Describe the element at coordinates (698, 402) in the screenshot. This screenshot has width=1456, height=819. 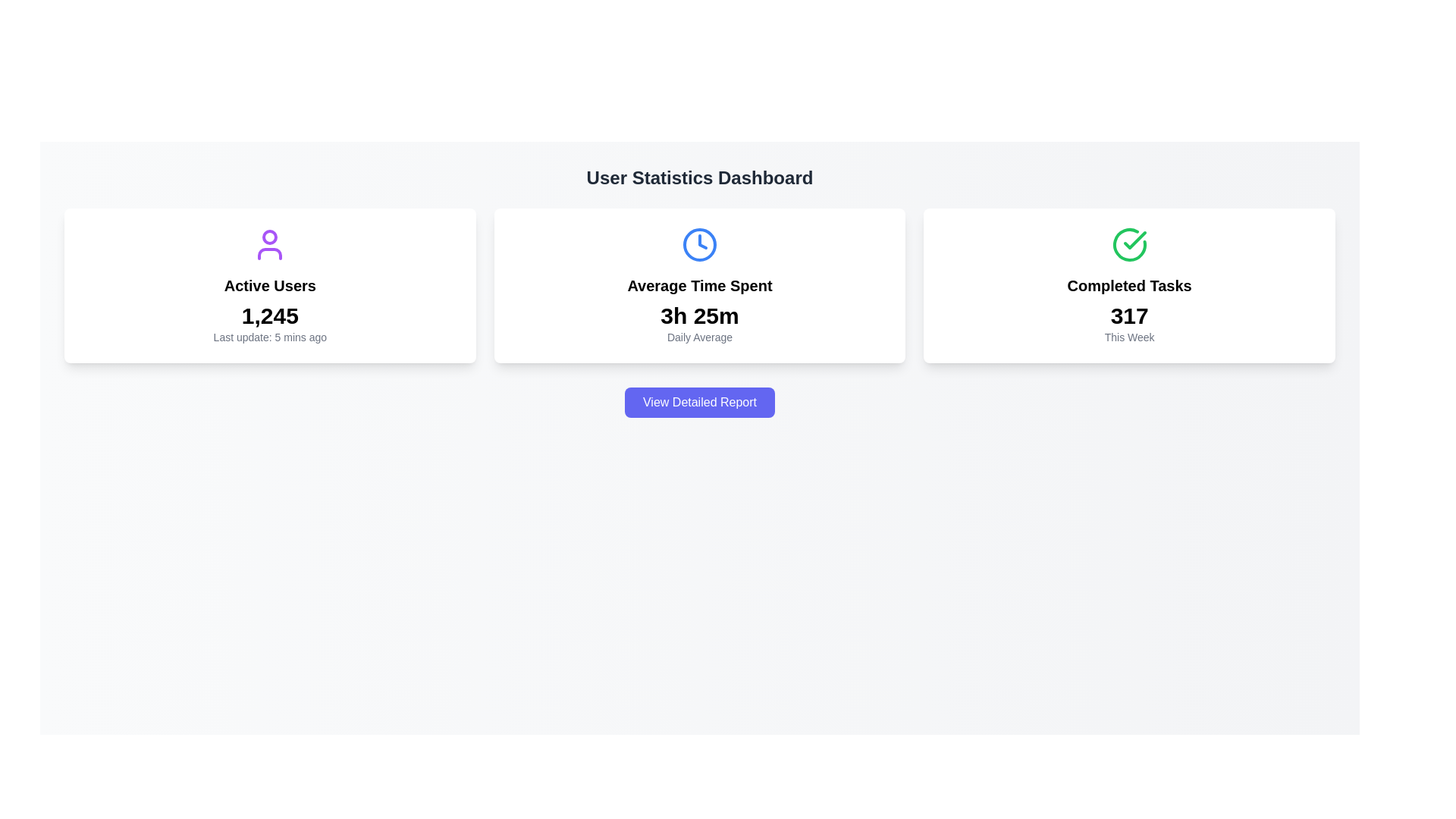
I see `the centrally aligned button below the dashboard statistics` at that location.